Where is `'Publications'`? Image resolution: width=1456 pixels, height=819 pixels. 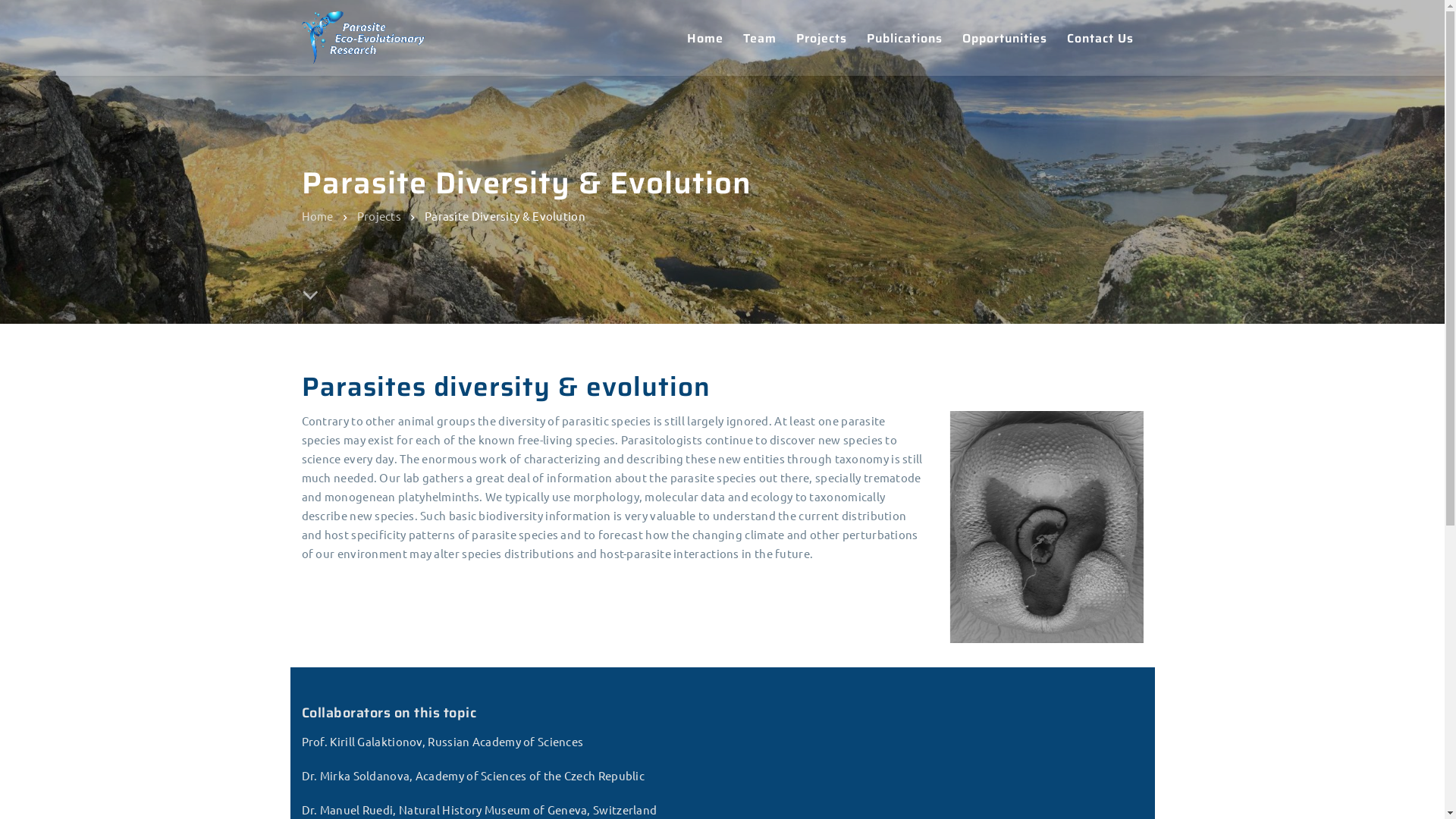 'Publications' is located at coordinates (905, 37).